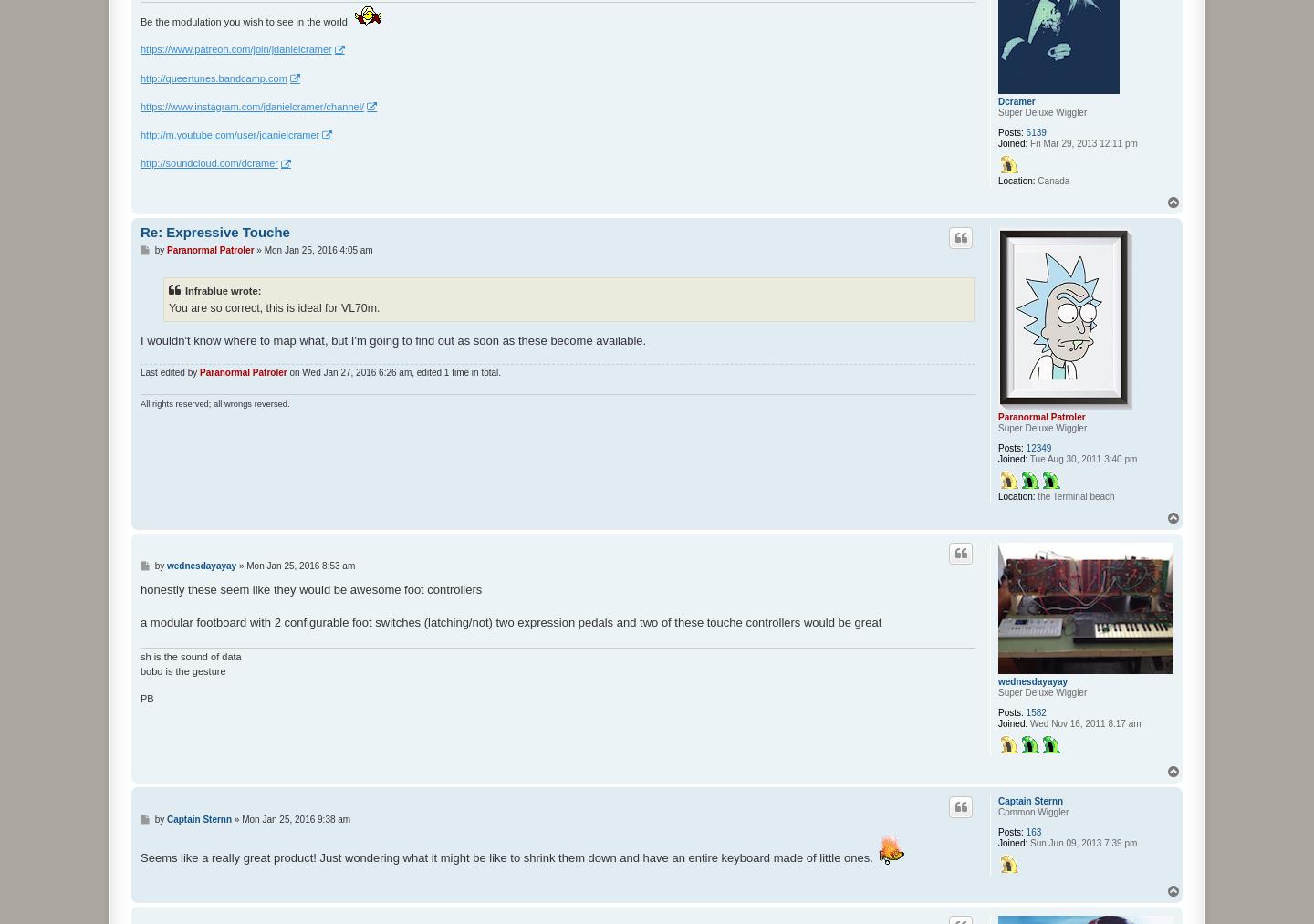  I want to click on 'I wouldn't know where to map what, but I'm going to find out as soon as these become available.', so click(139, 340).